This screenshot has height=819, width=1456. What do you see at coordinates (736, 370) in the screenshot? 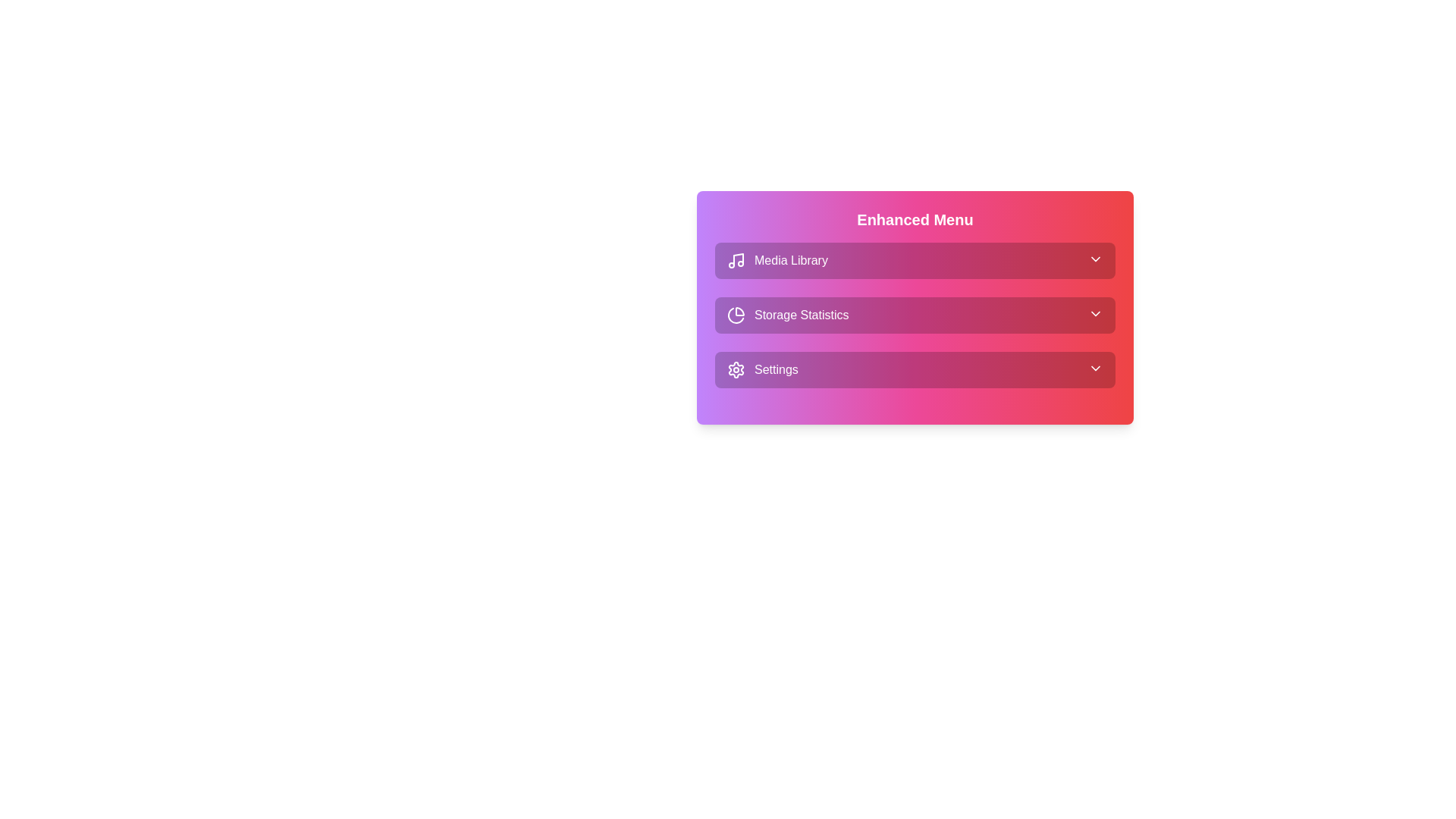
I see `the gear icon representing settings in the menu card` at bounding box center [736, 370].